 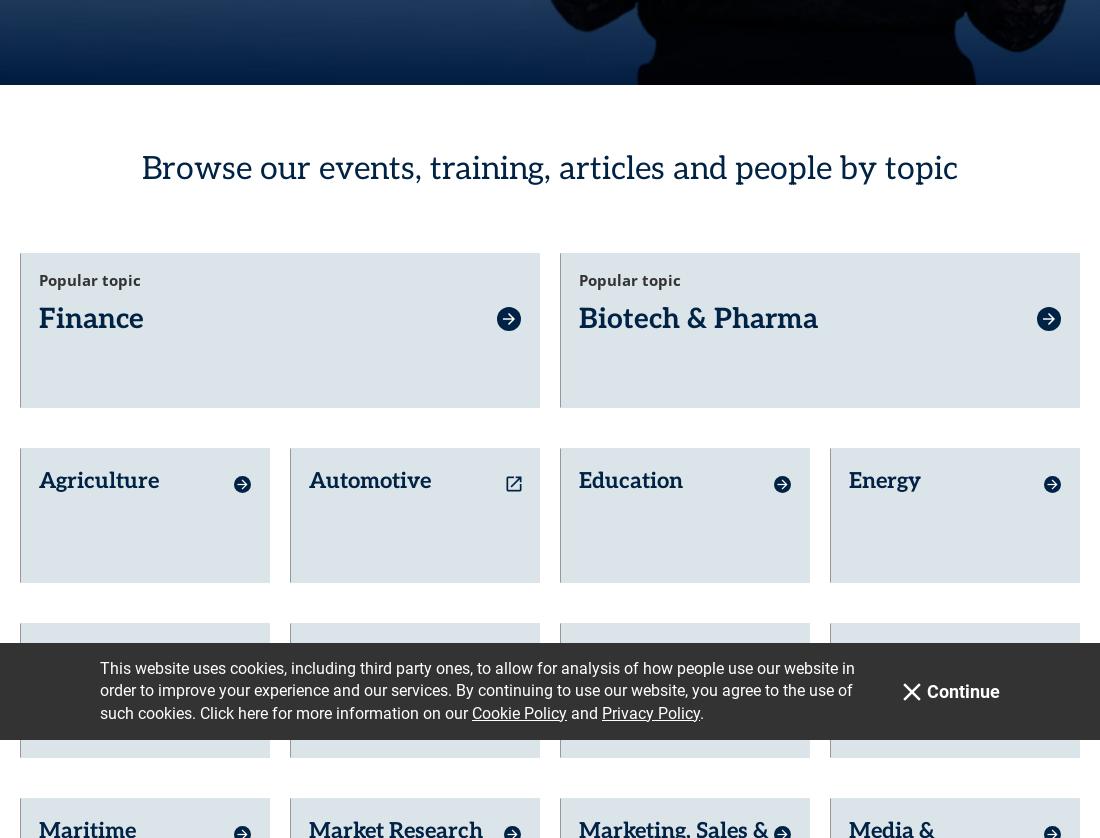 What do you see at coordinates (847, 249) in the screenshot?
I see `'Energy'` at bounding box center [847, 249].